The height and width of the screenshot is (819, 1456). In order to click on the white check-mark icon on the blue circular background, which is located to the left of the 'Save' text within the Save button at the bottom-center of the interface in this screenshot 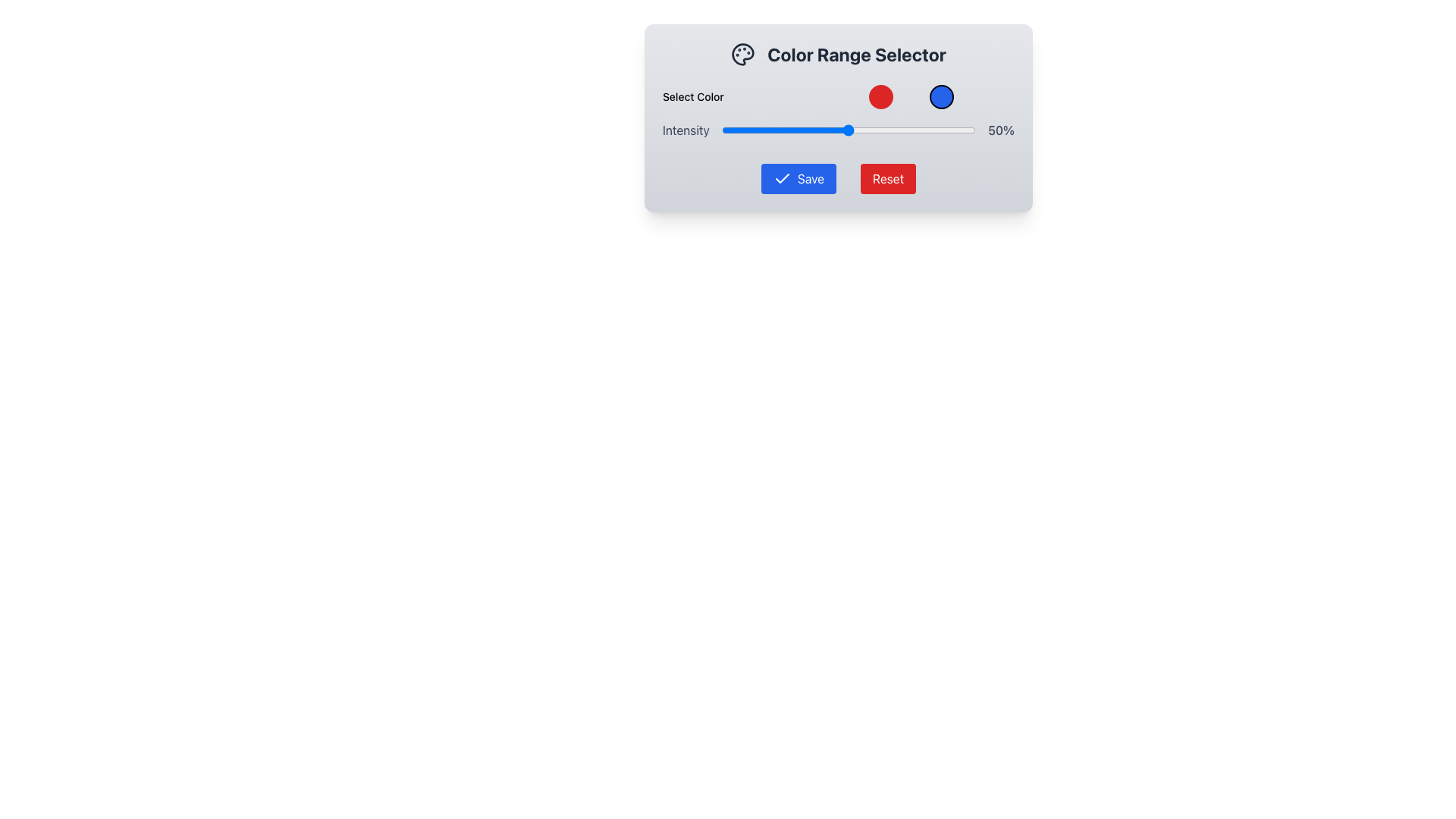, I will do `click(783, 177)`.